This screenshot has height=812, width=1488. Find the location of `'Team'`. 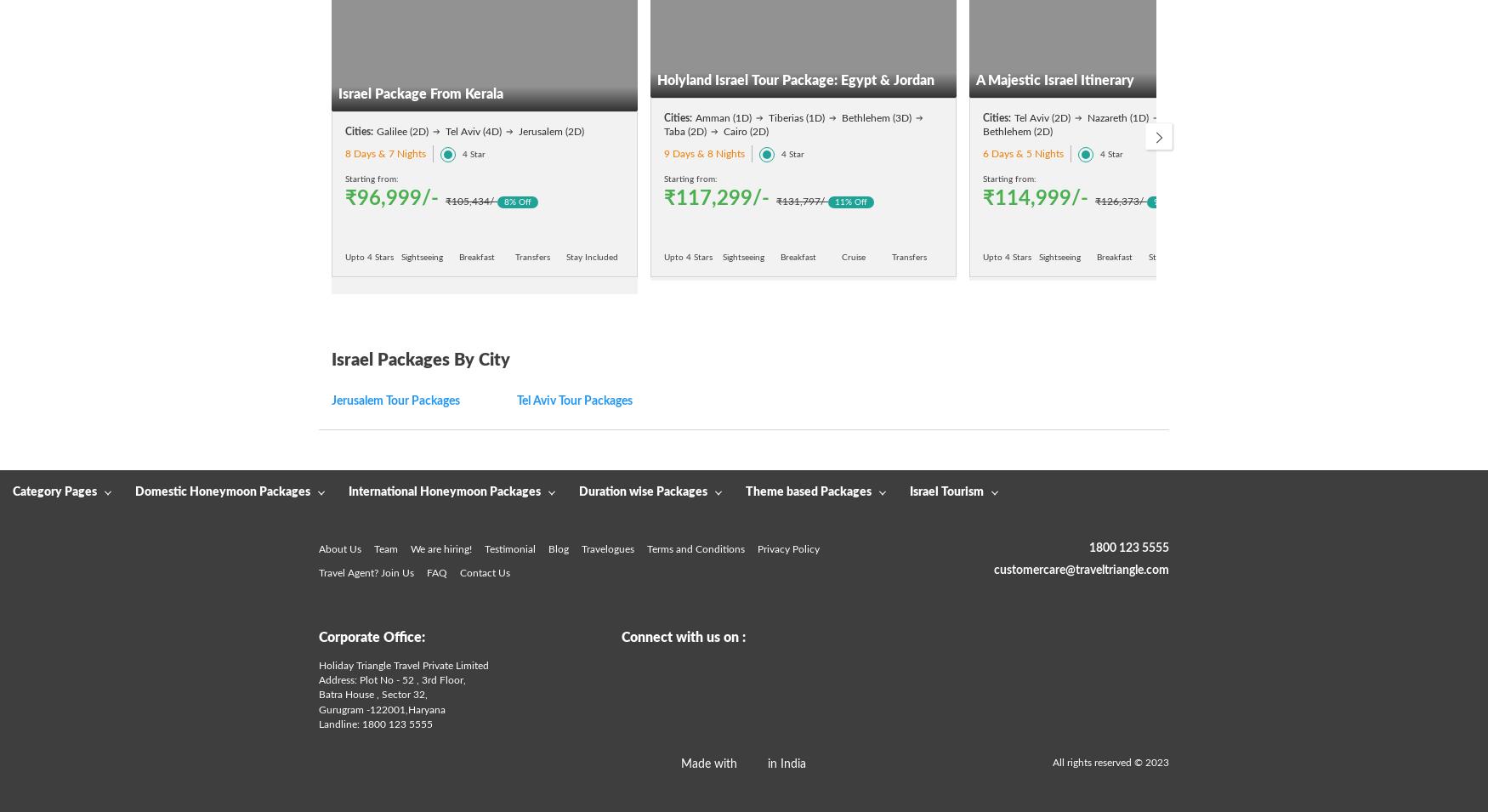

'Team' is located at coordinates (385, 548).